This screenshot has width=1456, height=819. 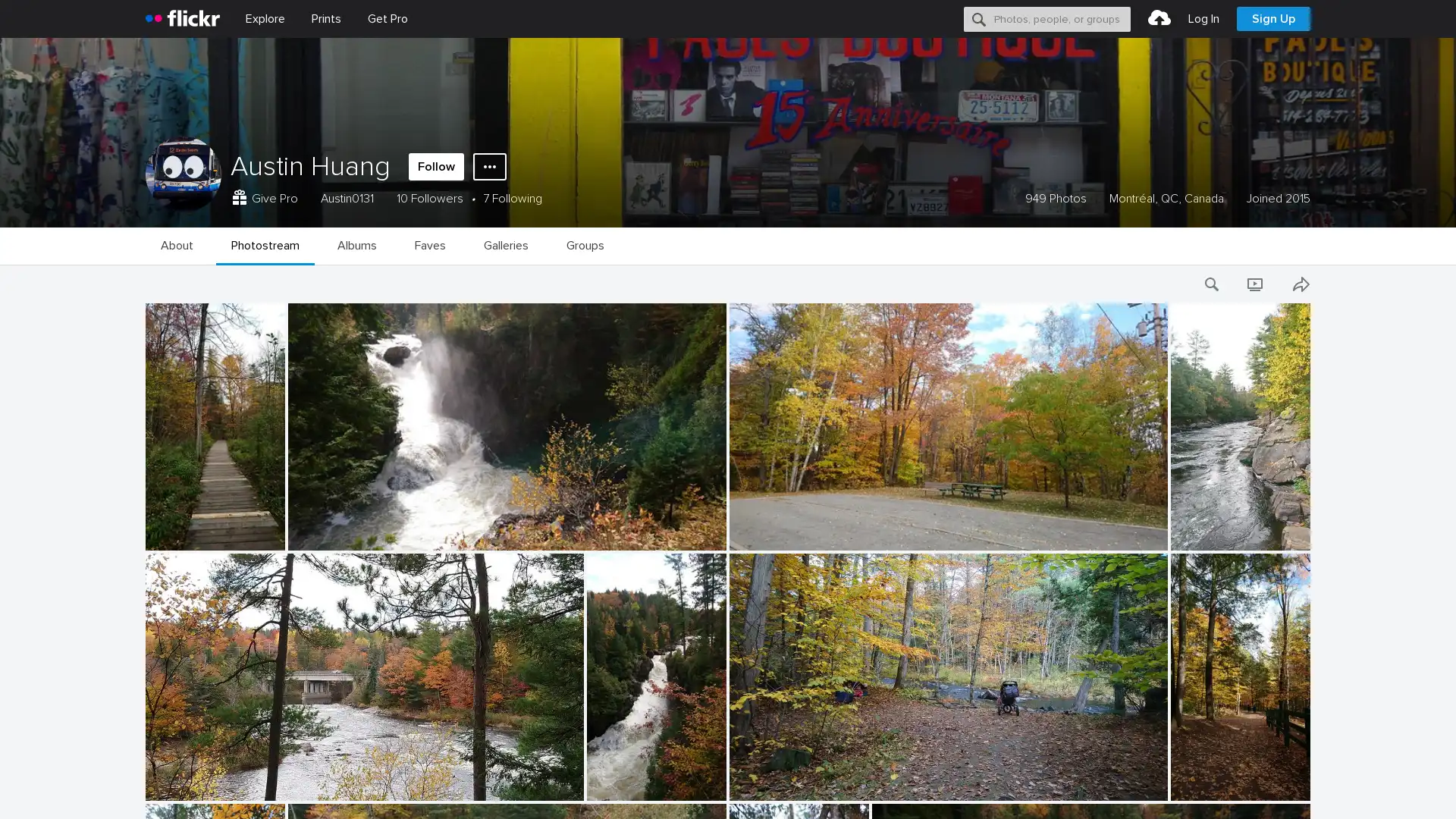 What do you see at coordinates (1225, 789) in the screenshot?
I see `Opt-out` at bounding box center [1225, 789].